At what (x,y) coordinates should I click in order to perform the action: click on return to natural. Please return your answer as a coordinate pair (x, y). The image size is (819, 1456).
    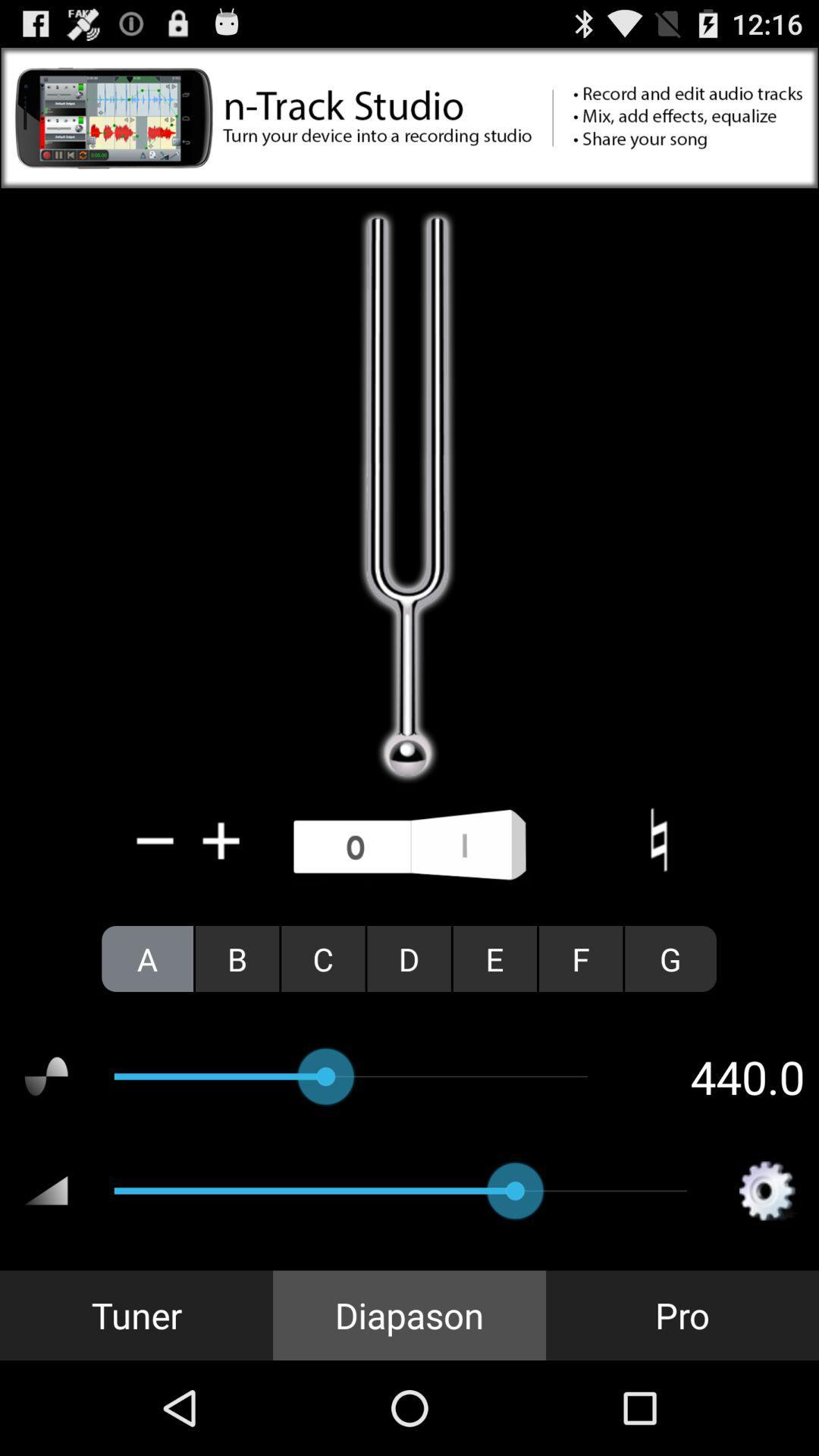
    Looking at the image, I should click on (657, 839).